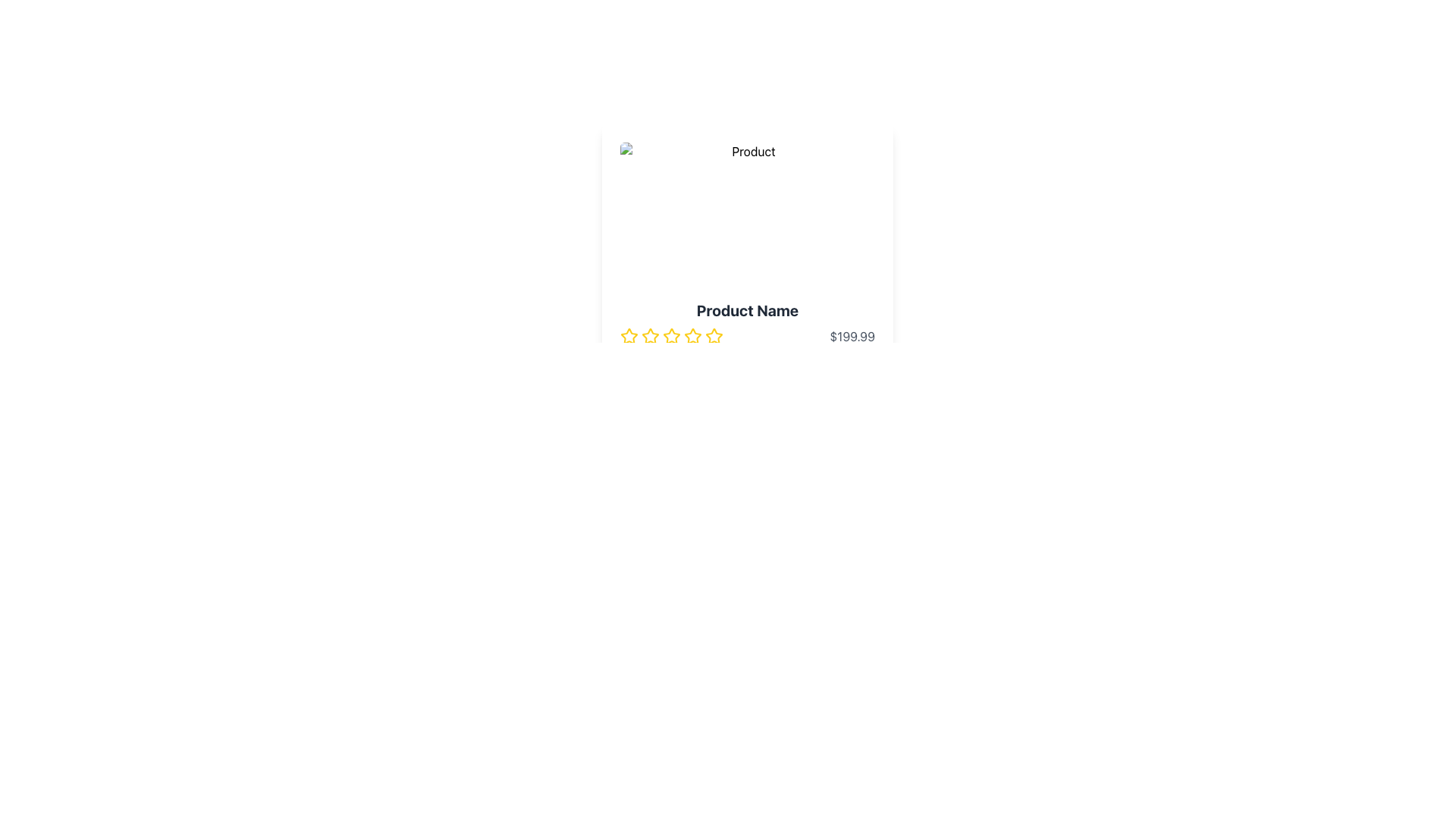  I want to click on the fourth yellow star icon in the horizontal row of rating stars to rate the product, so click(713, 335).